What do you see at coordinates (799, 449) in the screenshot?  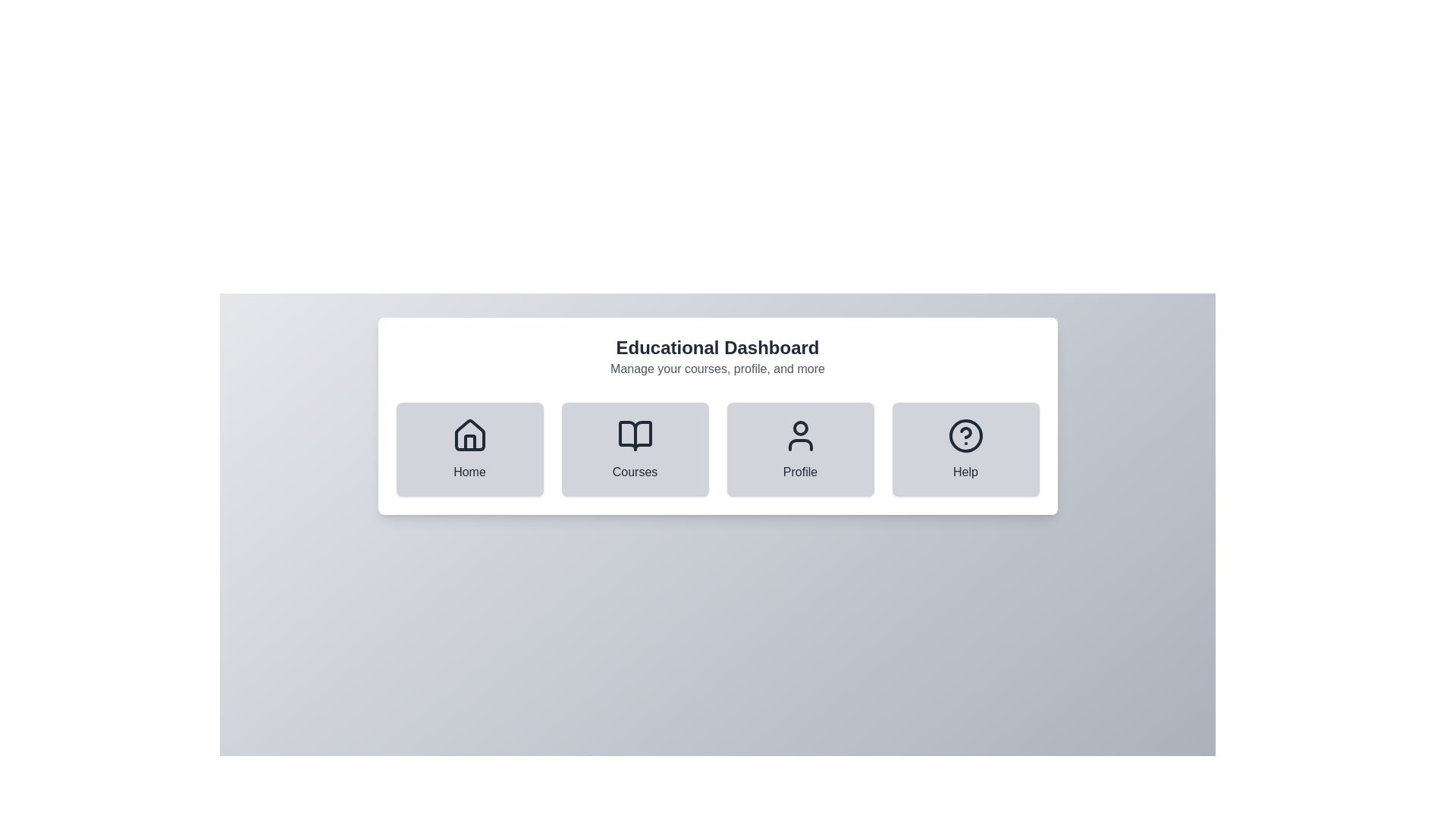 I see `the Interactive Card displaying a user figure icon and the word 'Profile', located in the third position of a four-card grid layout` at bounding box center [799, 449].